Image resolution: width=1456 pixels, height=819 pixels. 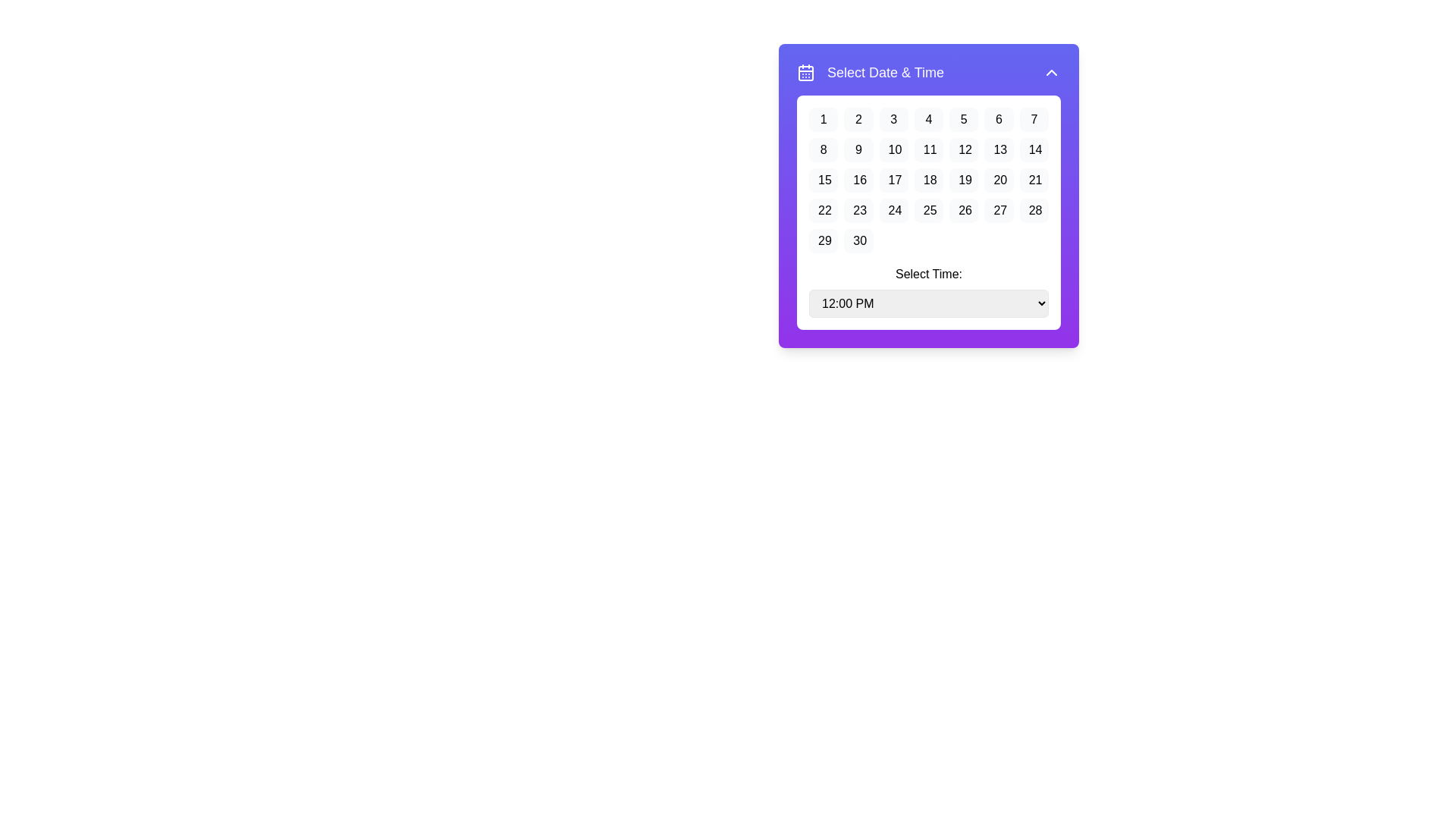 I want to click on a day in the interactive calendar grid, so click(x=927, y=180).